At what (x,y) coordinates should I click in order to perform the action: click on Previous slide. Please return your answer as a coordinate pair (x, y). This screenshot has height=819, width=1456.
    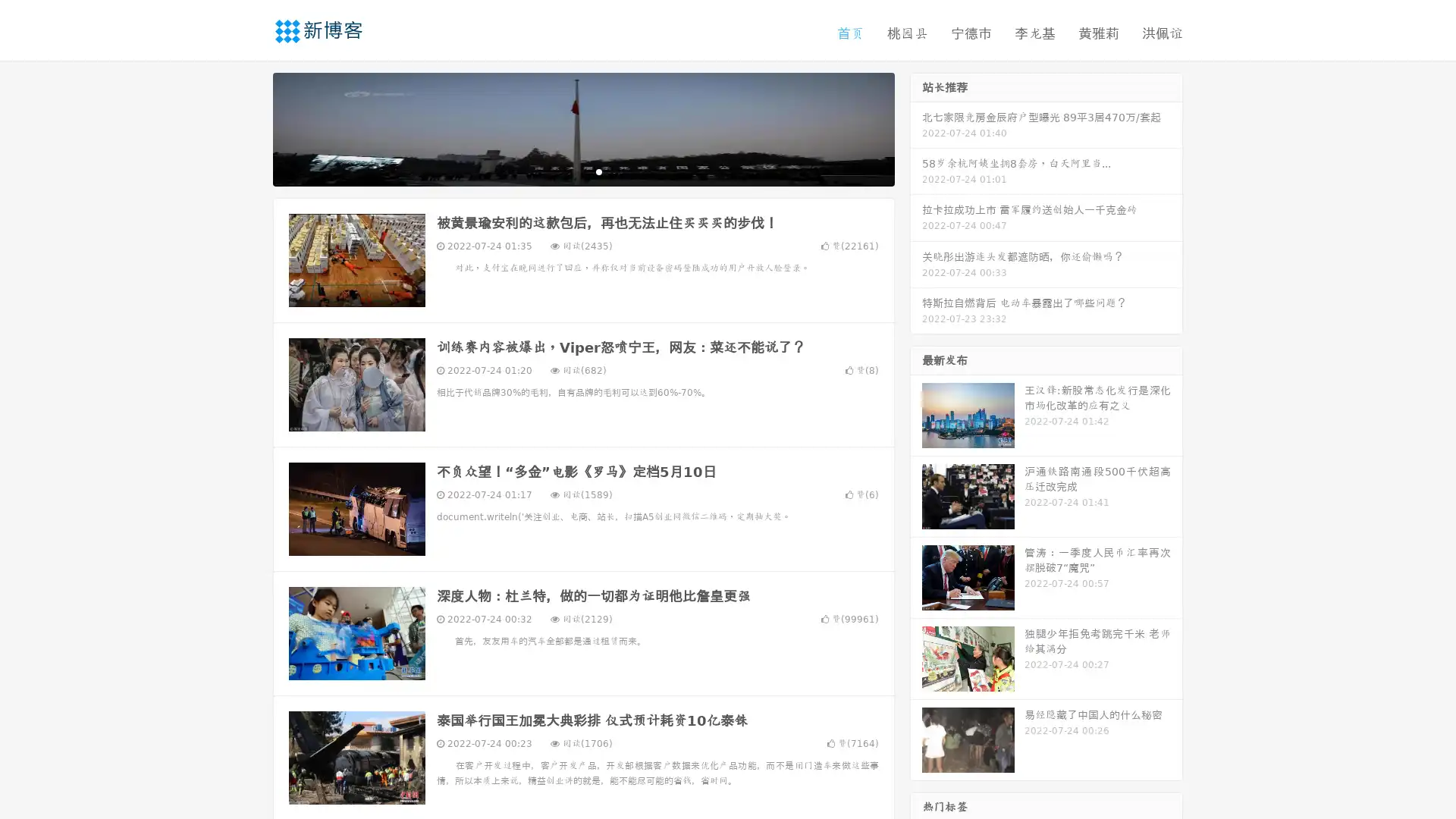
    Looking at the image, I should click on (250, 127).